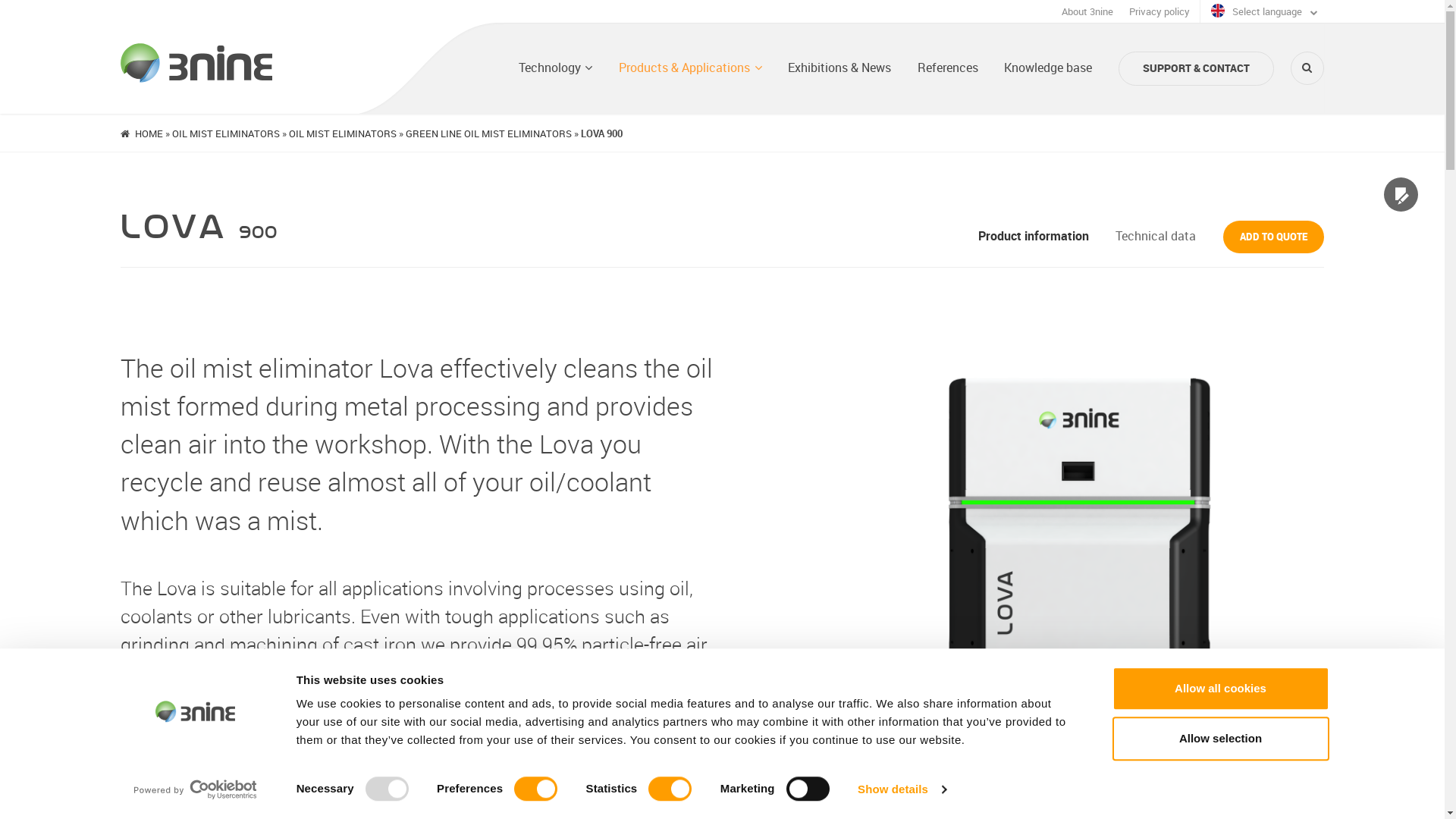 This screenshot has width=1456, height=819. I want to click on 'GREEN LINE OIL MIST ELIMINATORS', so click(488, 131).